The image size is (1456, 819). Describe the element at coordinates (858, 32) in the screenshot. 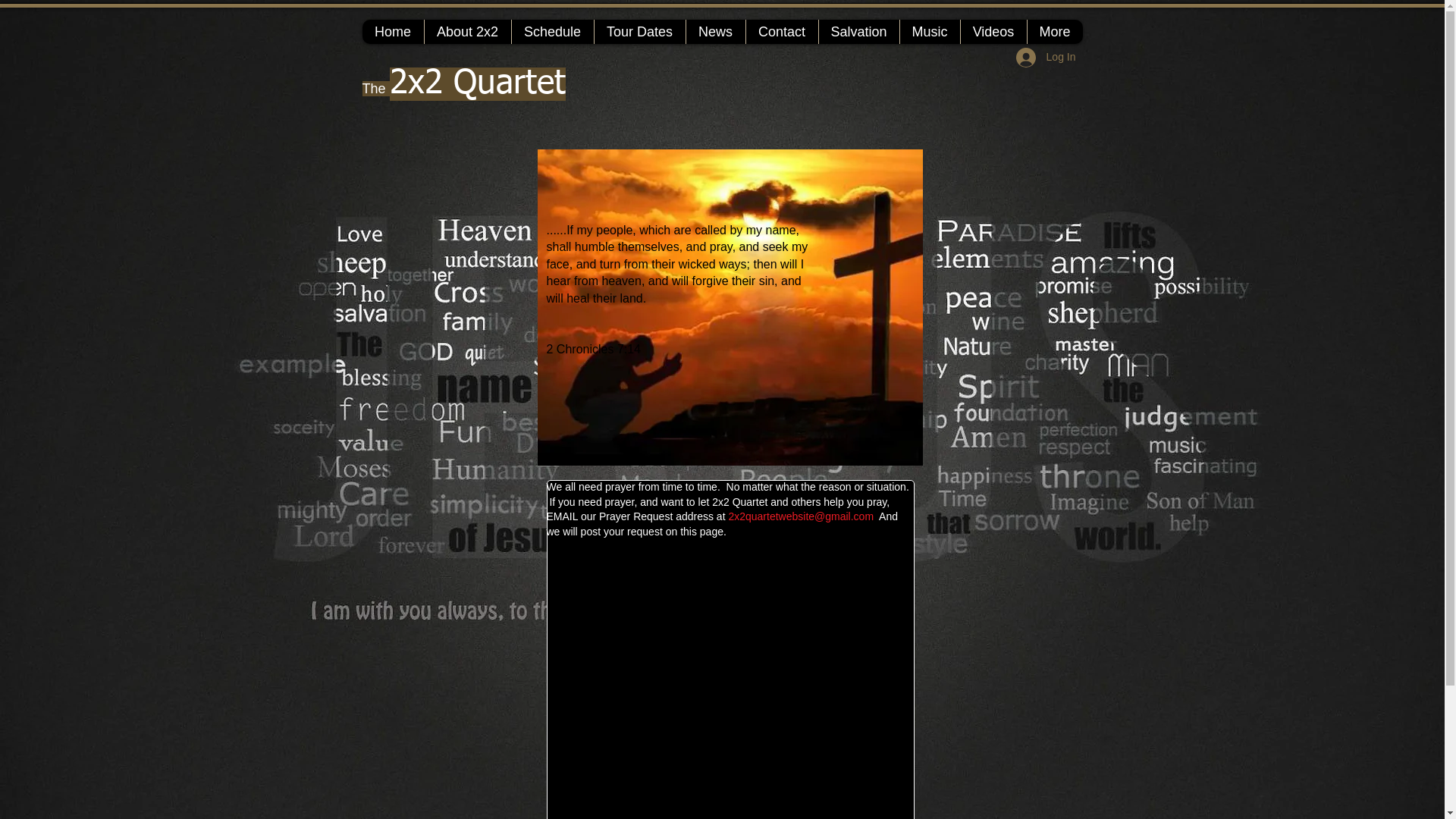

I see `'Salvation'` at that location.